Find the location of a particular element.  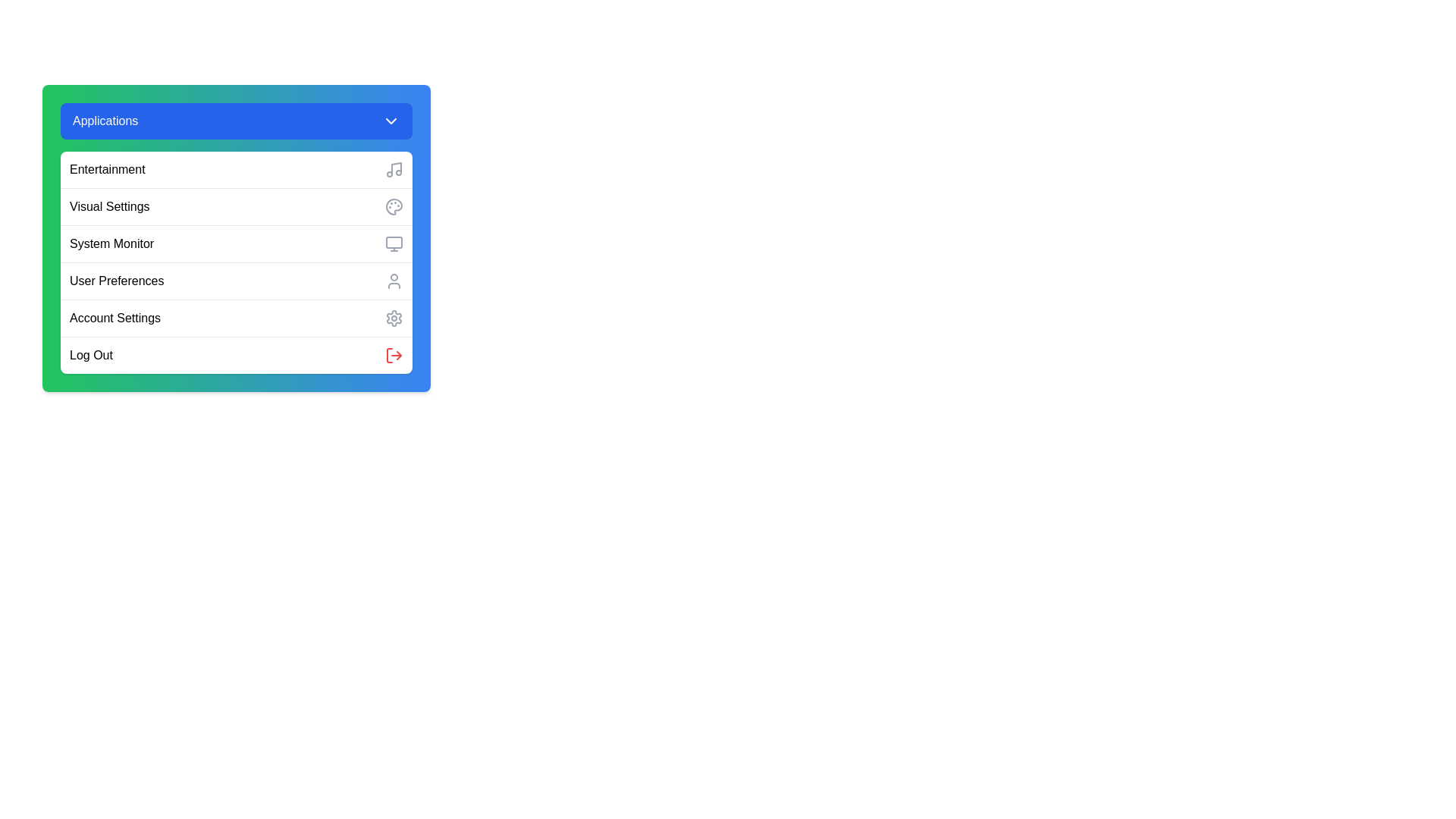

the menu item User Preferences to observe the interaction effect is located at coordinates (236, 281).